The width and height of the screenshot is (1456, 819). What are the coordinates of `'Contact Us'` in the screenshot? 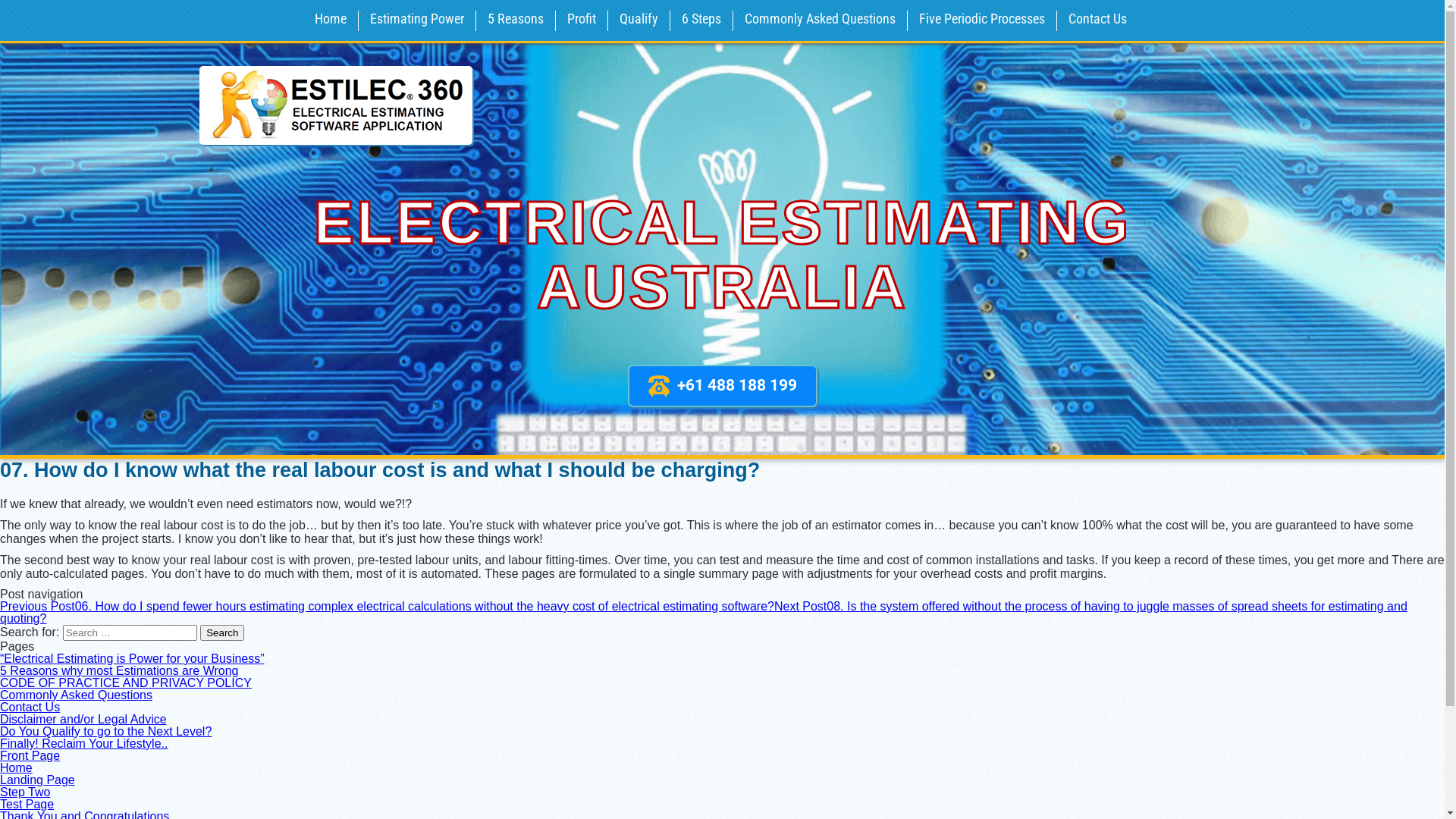 It's located at (30, 707).